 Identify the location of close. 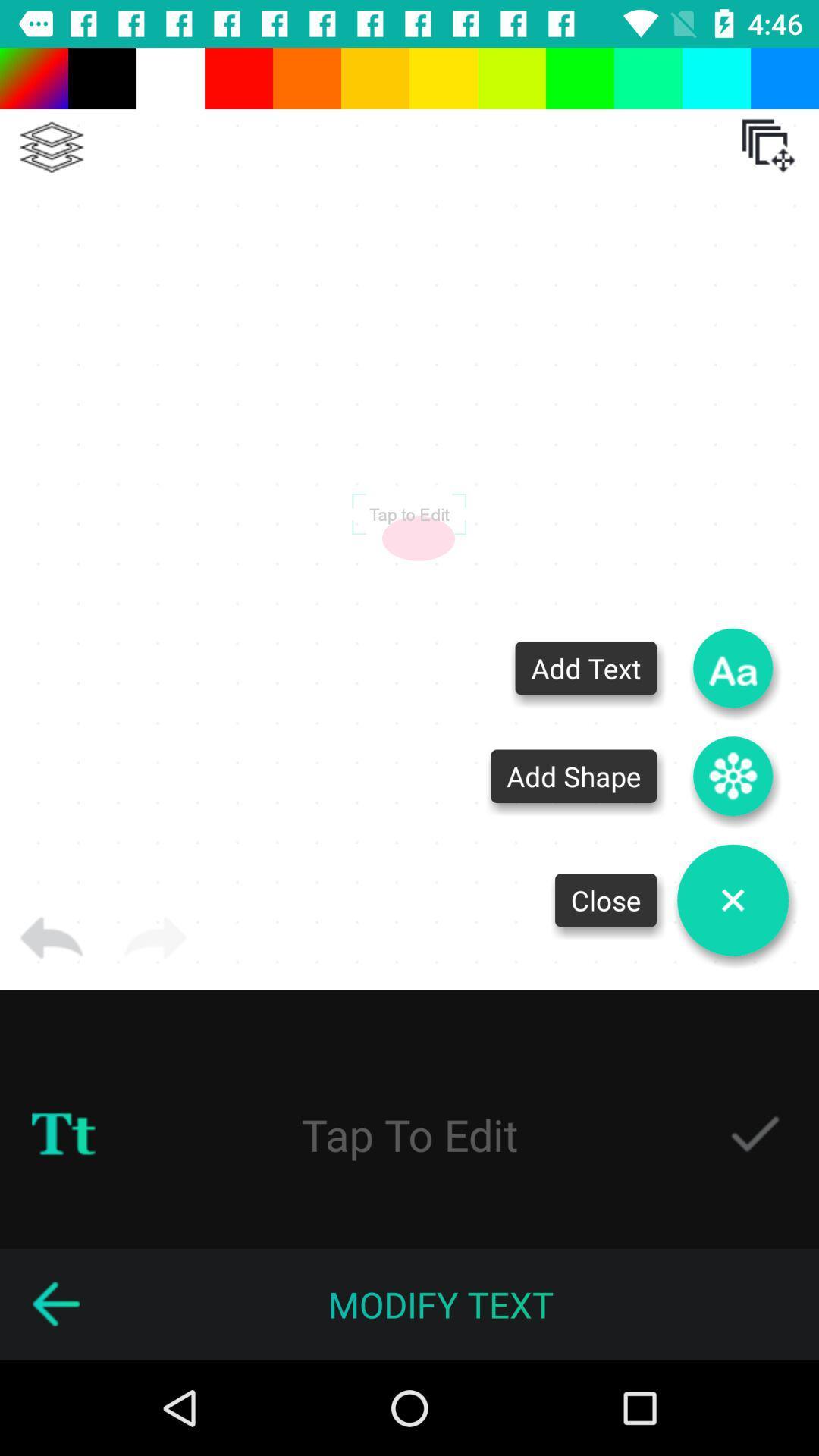
(732, 900).